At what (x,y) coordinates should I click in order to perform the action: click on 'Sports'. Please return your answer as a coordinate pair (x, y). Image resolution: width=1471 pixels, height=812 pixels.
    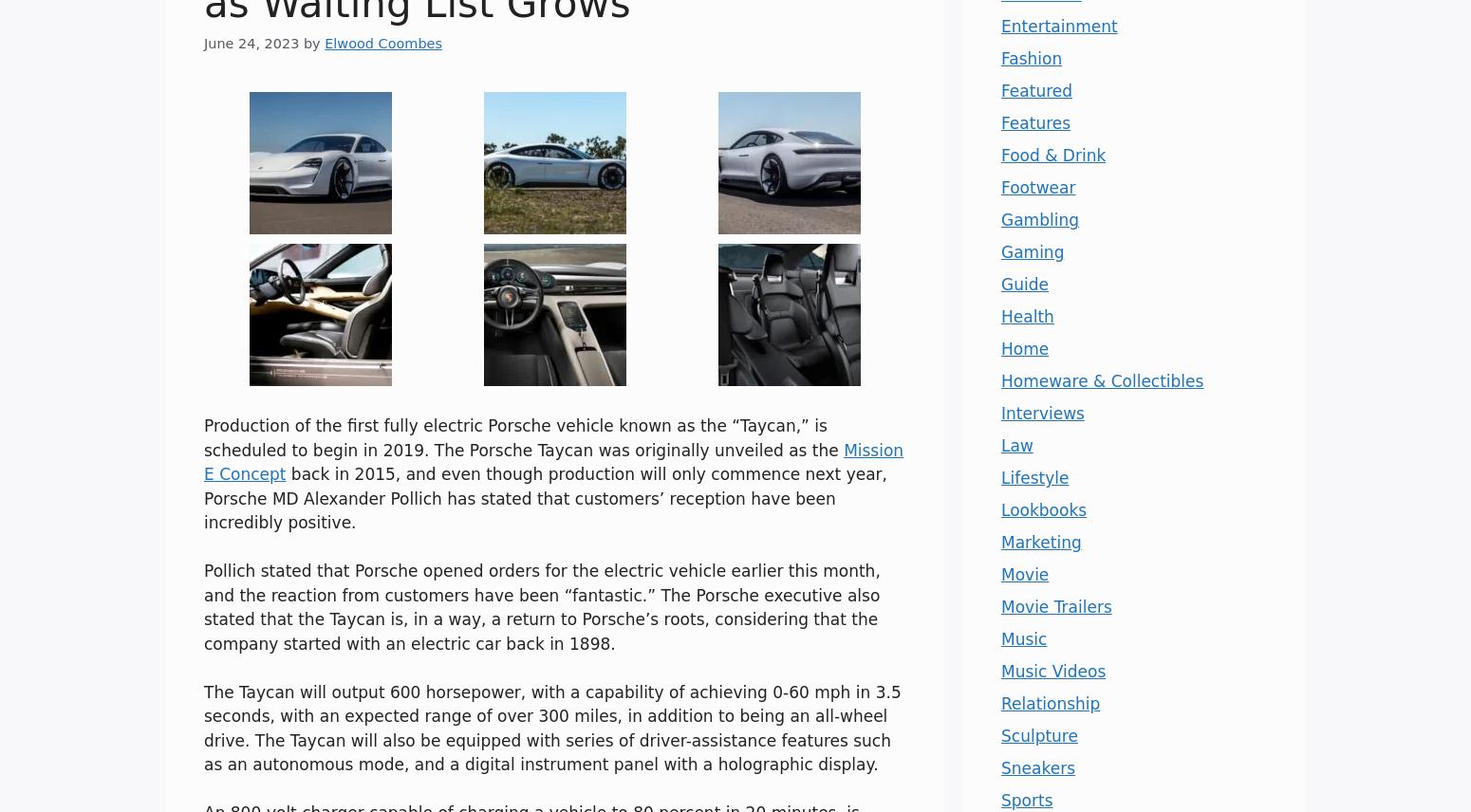
    Looking at the image, I should click on (1027, 800).